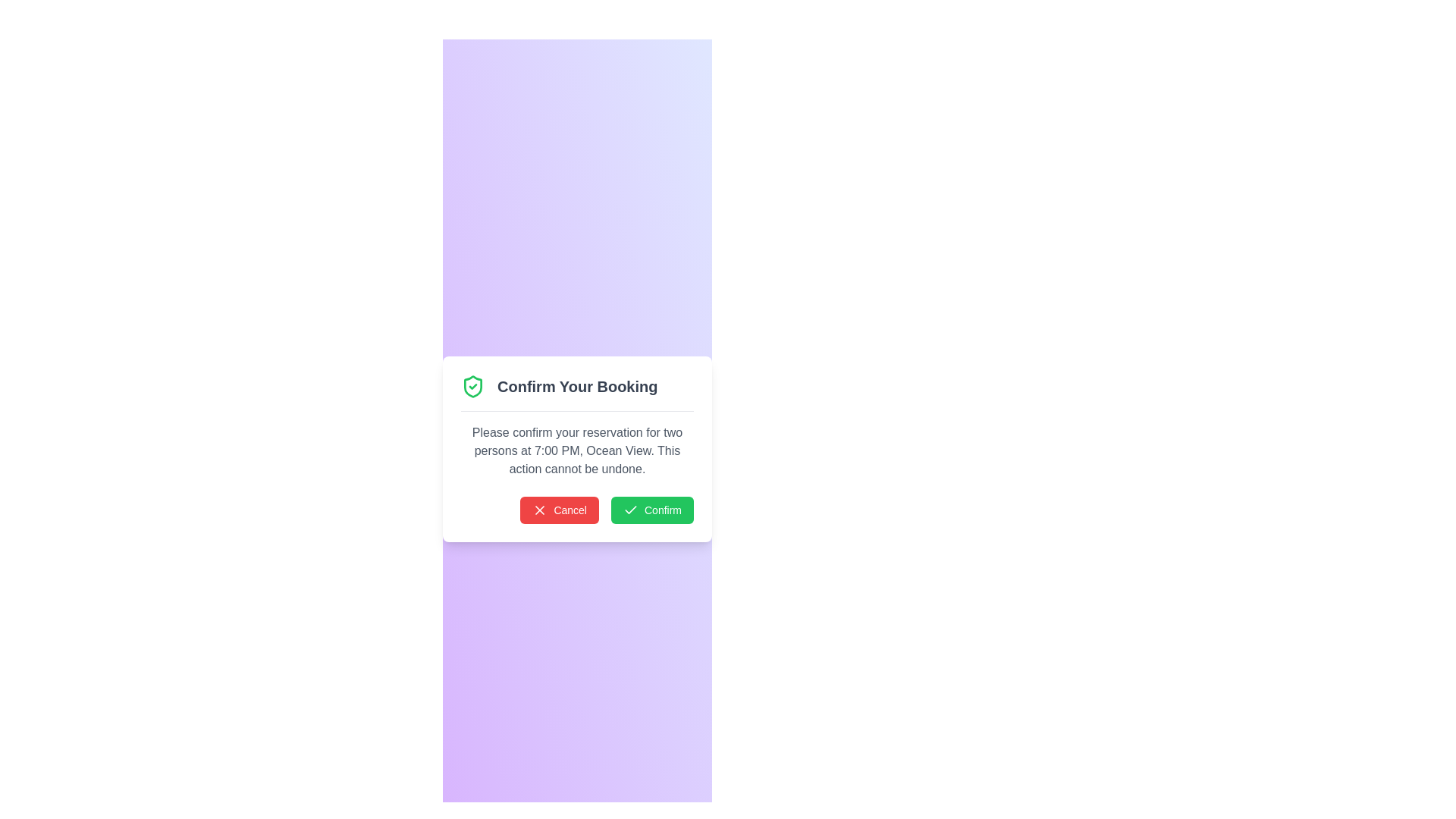 The width and height of the screenshot is (1456, 819). I want to click on the 'Confirm Your Booking' heading with the green shield icon, which is located at the top-center of the modal dialog, so click(576, 391).